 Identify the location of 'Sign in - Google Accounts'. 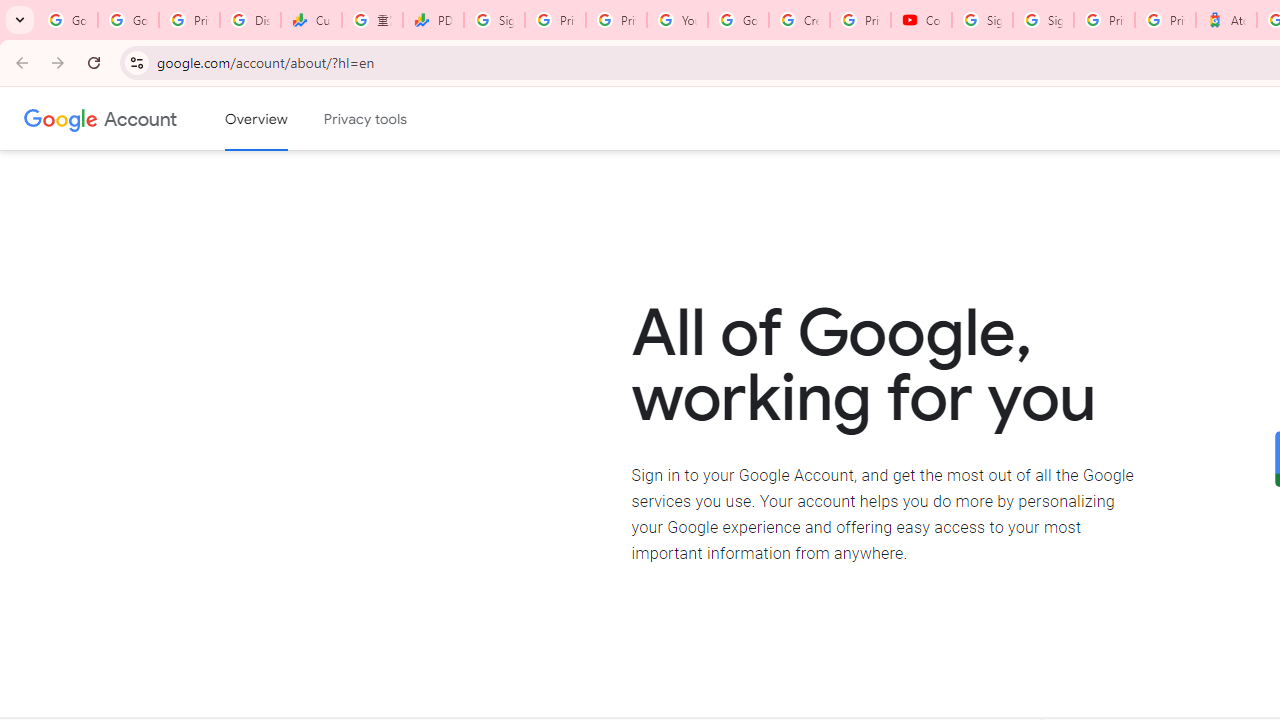
(1042, 20).